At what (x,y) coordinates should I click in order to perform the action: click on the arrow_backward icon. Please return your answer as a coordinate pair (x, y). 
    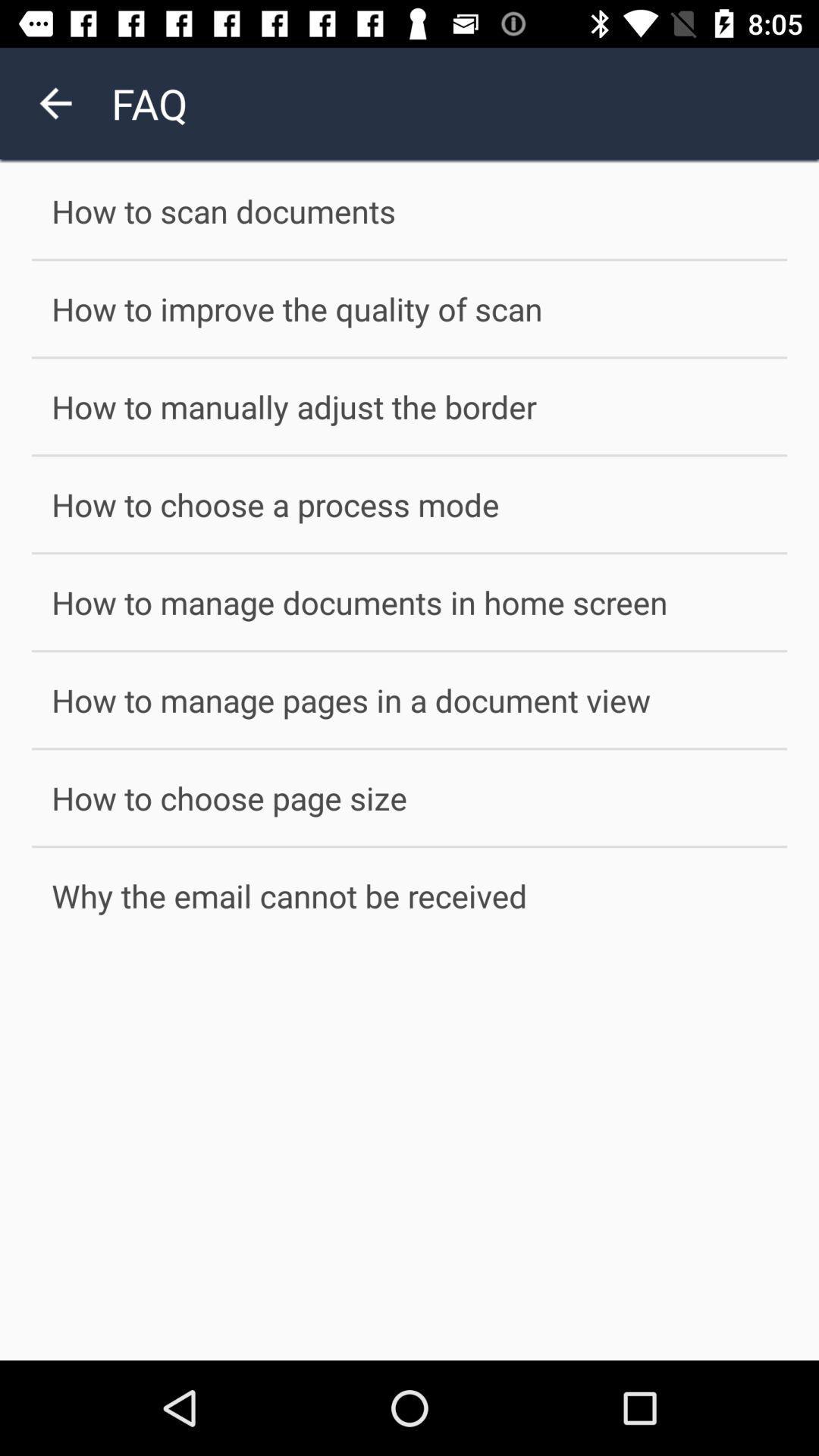
    Looking at the image, I should click on (55, 102).